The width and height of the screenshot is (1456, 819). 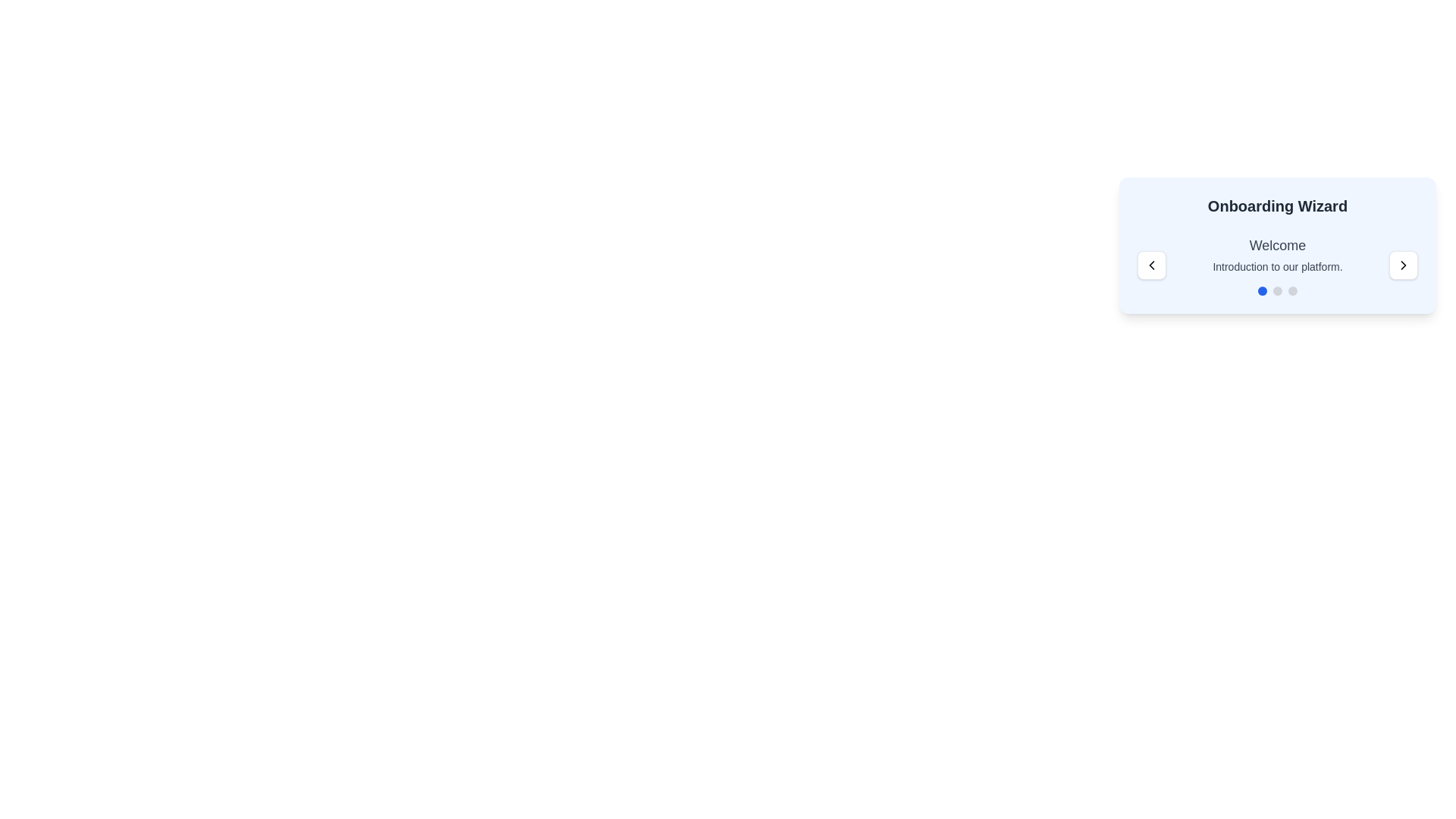 What do you see at coordinates (1403, 265) in the screenshot?
I see `the arrow icon located in the right button of the navigation panel in the 'Onboarding Wizard' to advance to the next page` at bounding box center [1403, 265].